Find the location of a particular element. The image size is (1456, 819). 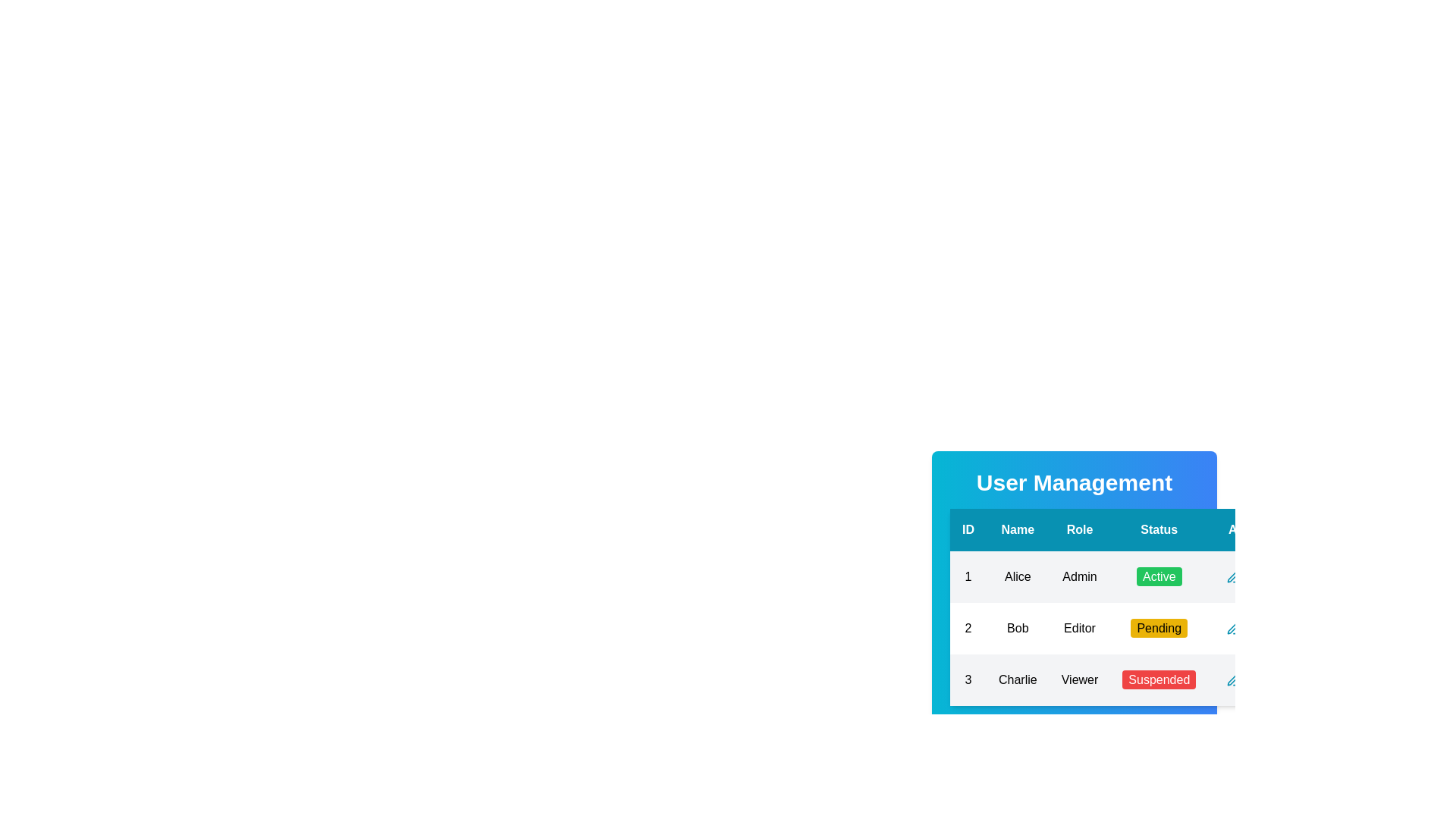

the edit icon button located on the right side of the second row in the table to initiate editing is located at coordinates (1234, 629).